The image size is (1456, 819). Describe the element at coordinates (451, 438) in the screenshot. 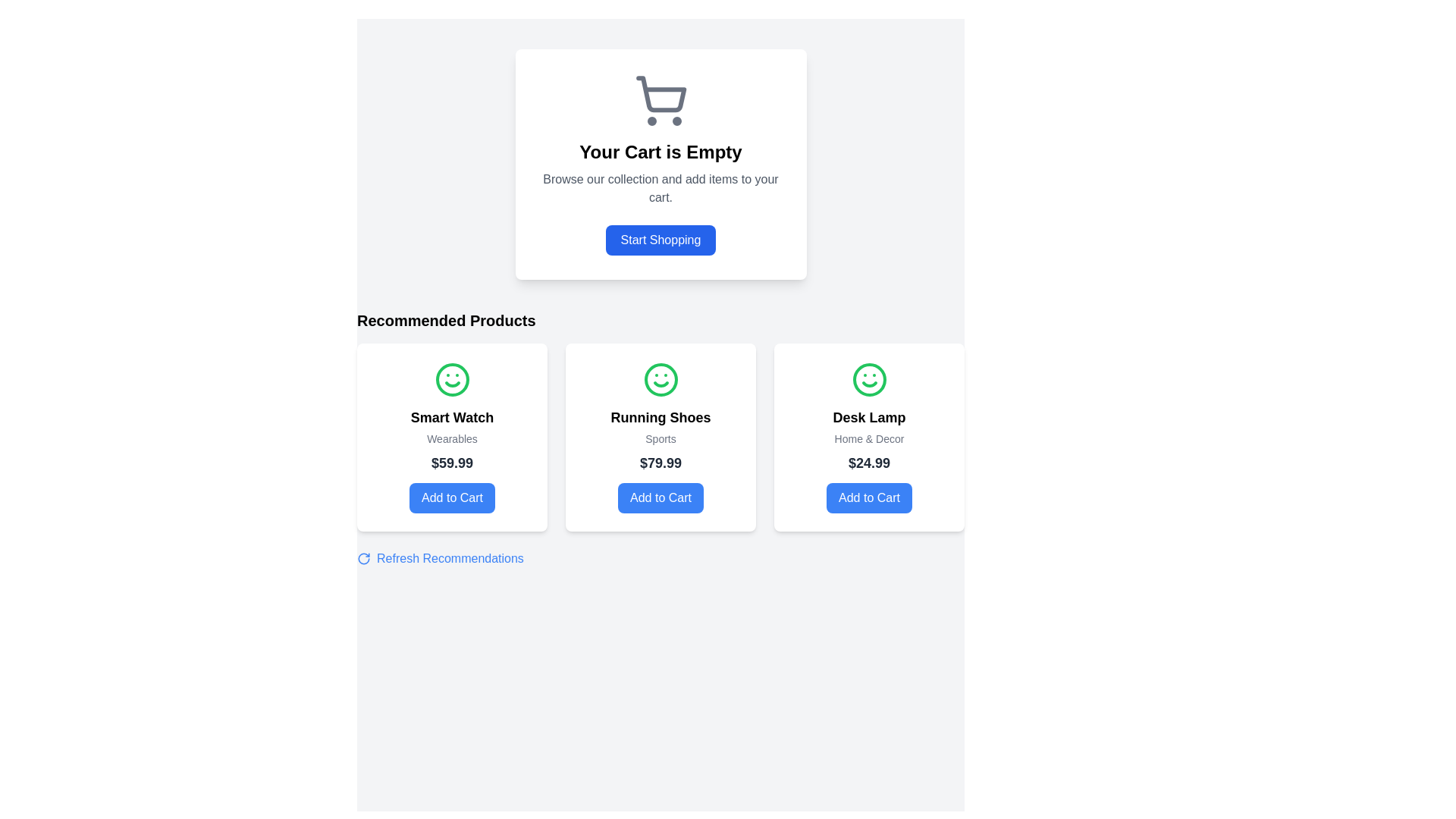

I see `the 'Wearables' text label, which is styled in light gray and located within the first product card of the 'Recommended Products' section, positioned between the product title 'Smart Watch' and the price '$59.99'` at that location.